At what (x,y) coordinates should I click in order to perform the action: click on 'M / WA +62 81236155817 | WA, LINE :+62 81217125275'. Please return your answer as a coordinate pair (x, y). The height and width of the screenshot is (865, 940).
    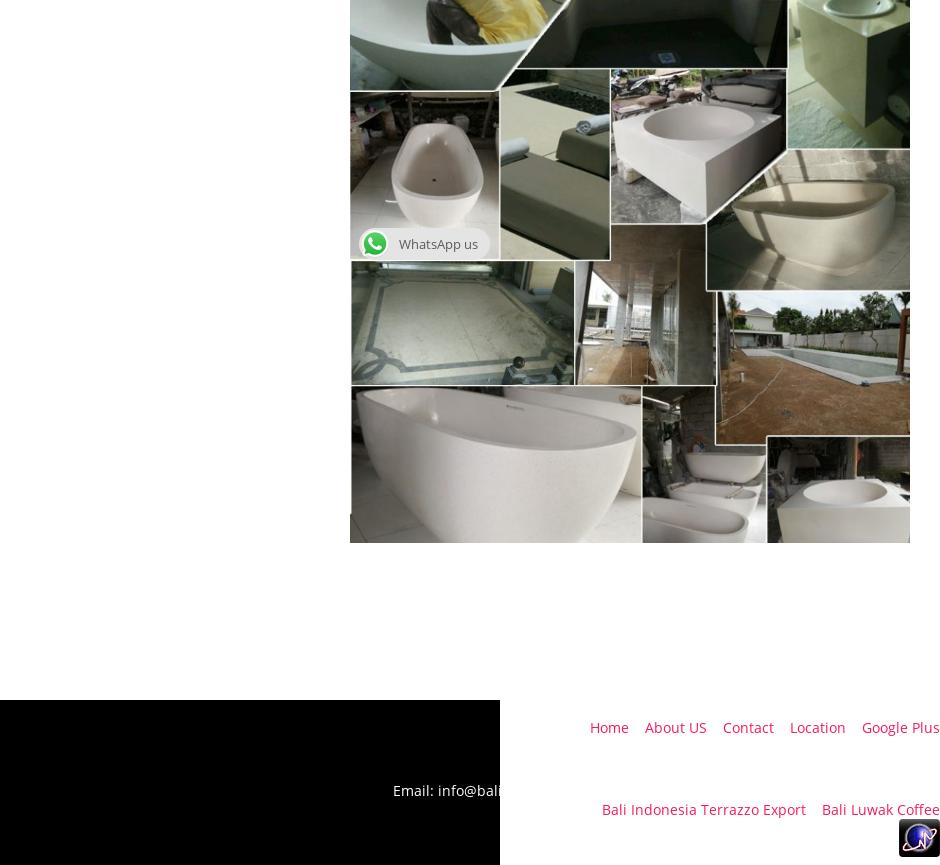
    Looking at the image, I should click on (755, 770).